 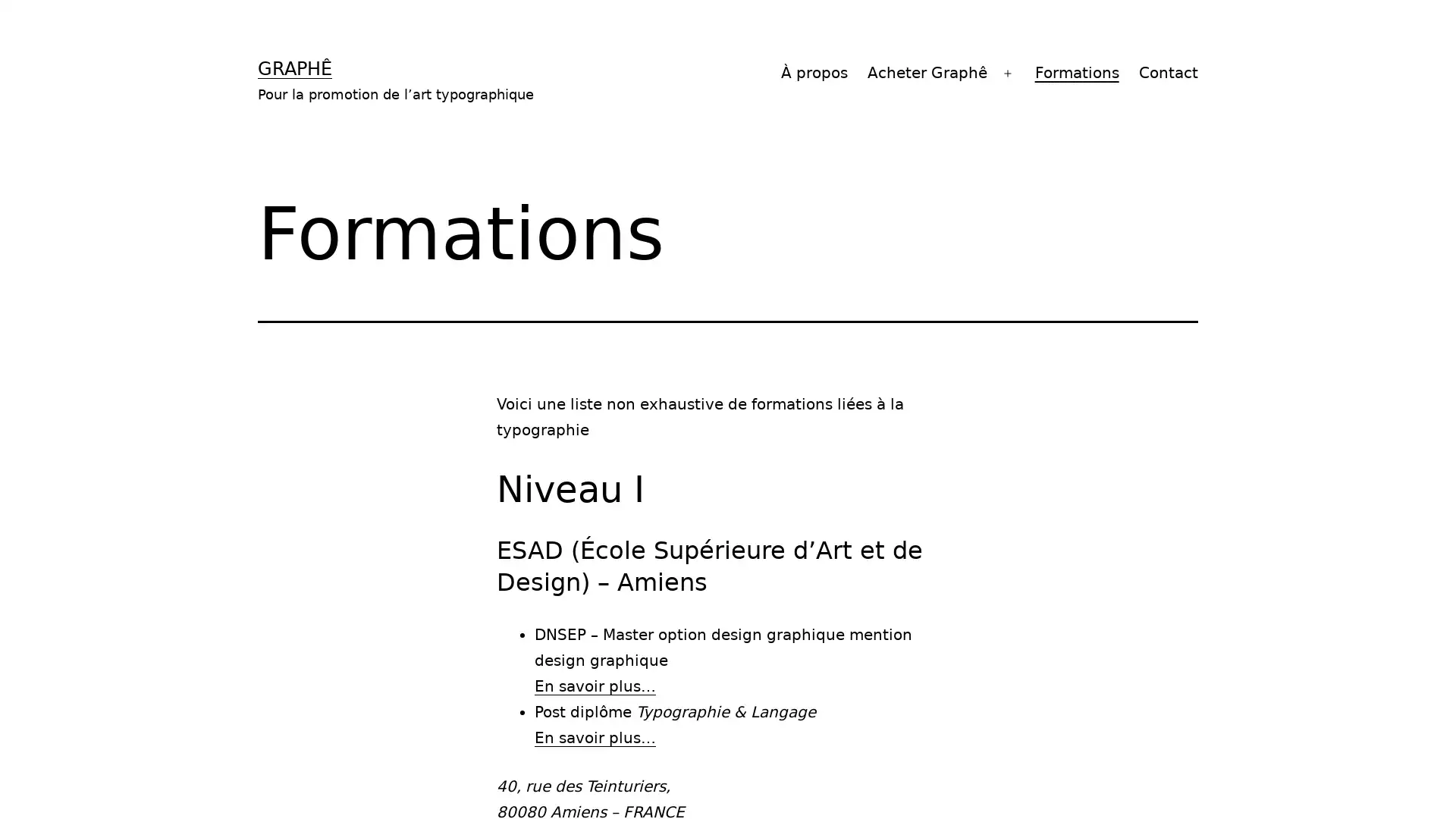 What do you see at coordinates (1008, 73) in the screenshot?
I see `Ouvrir le menu` at bounding box center [1008, 73].